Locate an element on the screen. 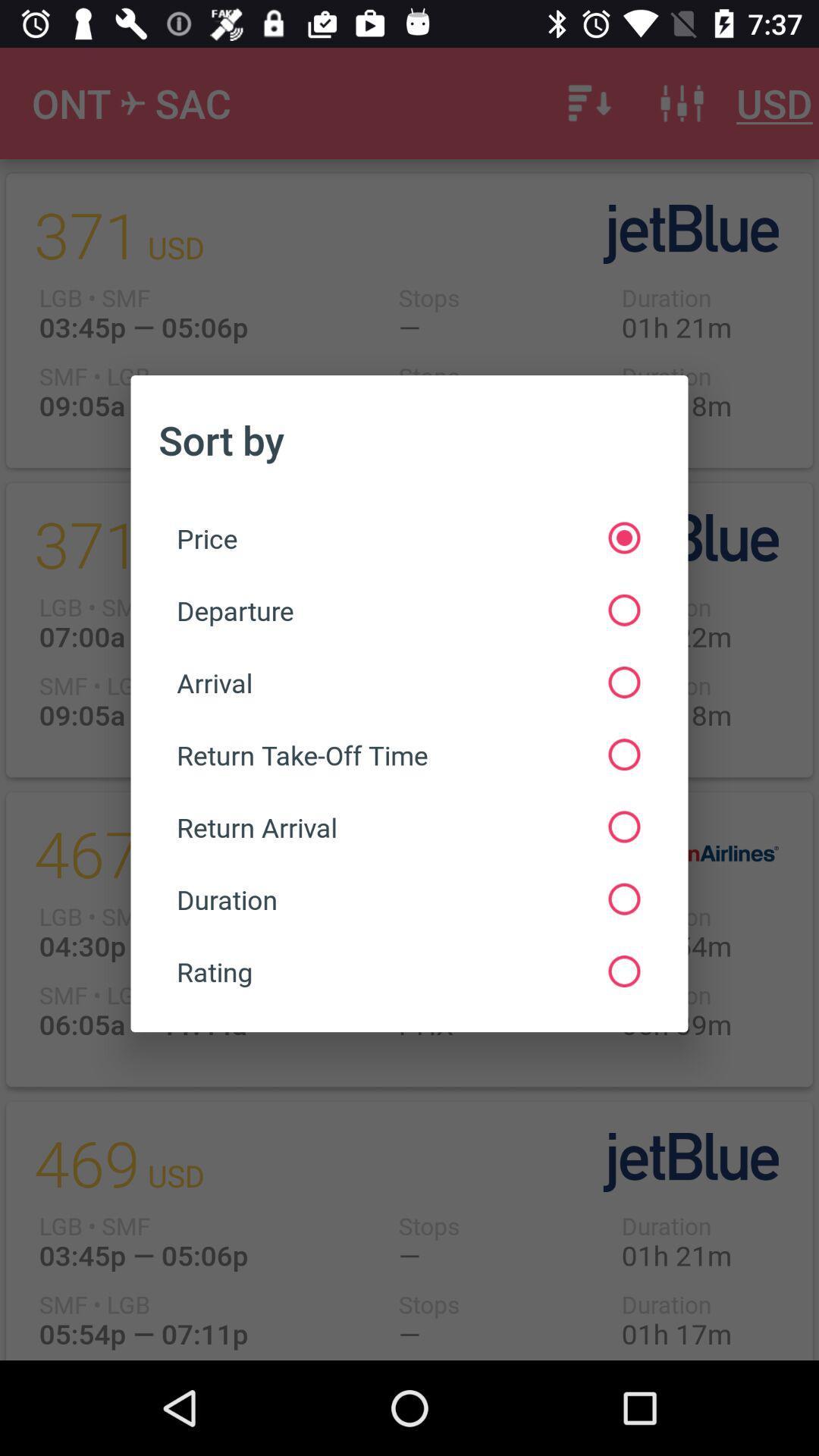  price item is located at coordinates (407, 538).